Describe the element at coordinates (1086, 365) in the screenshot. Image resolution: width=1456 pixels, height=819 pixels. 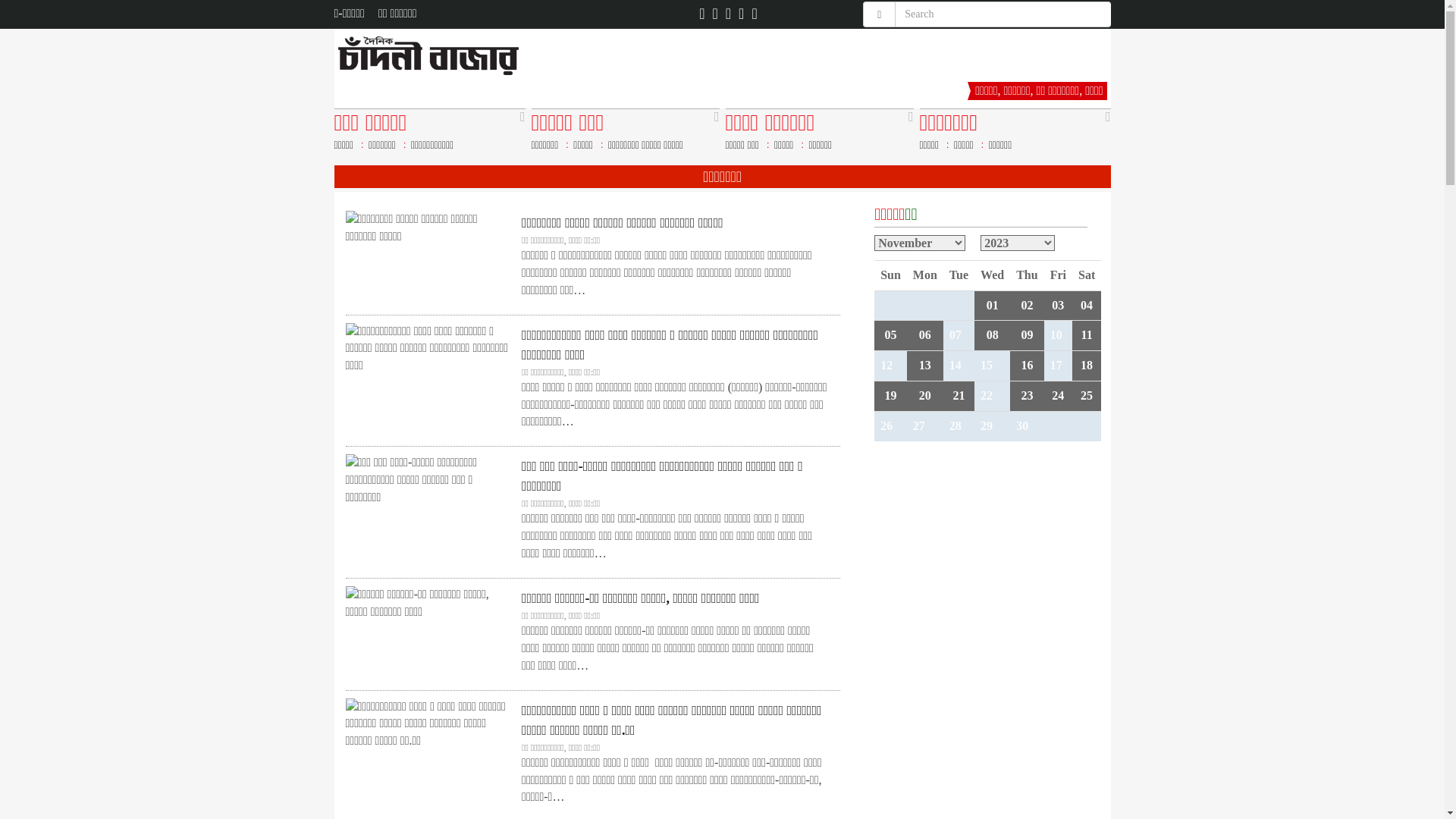
I see `'18'` at that location.